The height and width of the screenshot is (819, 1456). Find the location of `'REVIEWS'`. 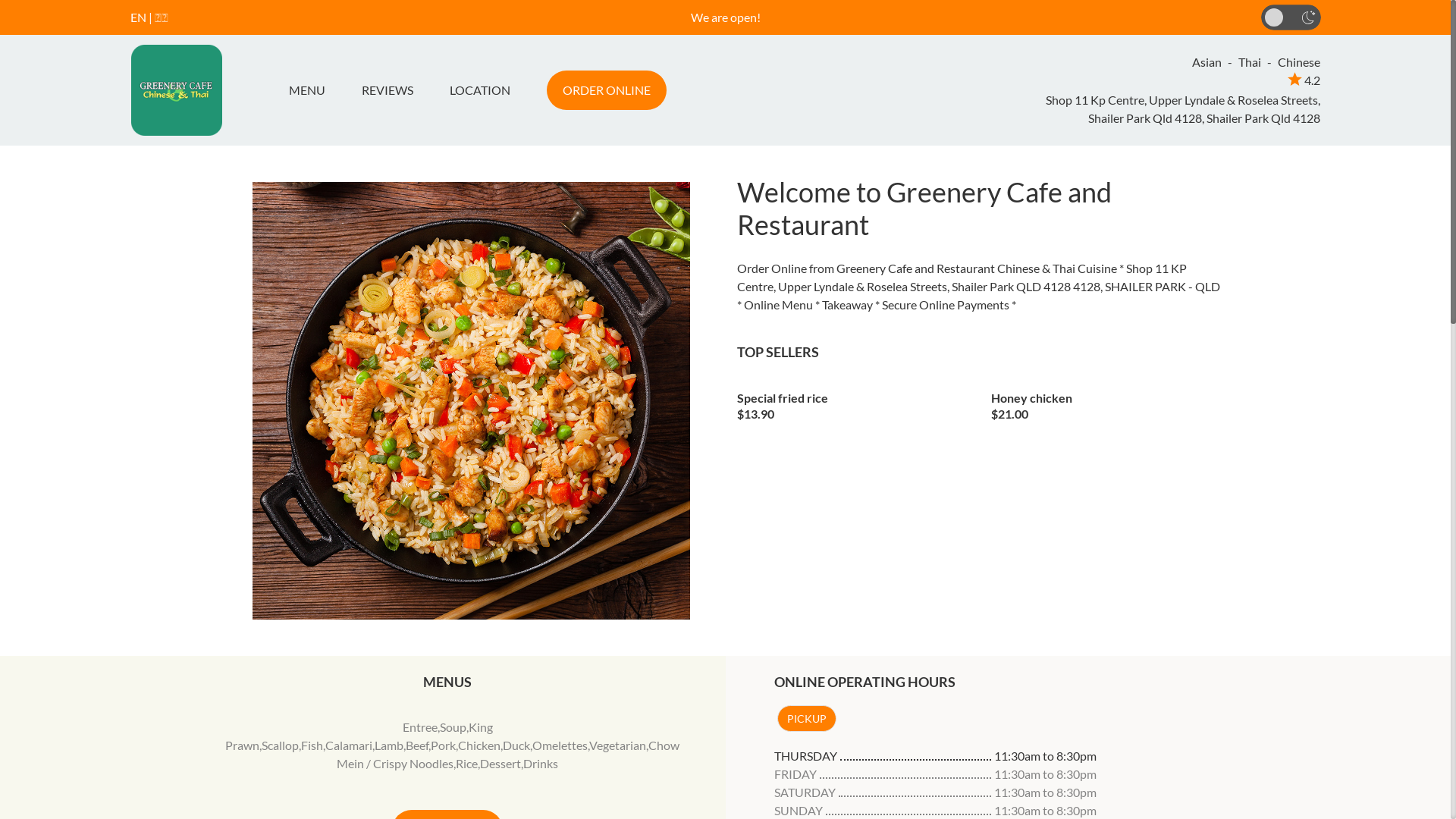

'REVIEWS' is located at coordinates (386, 90).